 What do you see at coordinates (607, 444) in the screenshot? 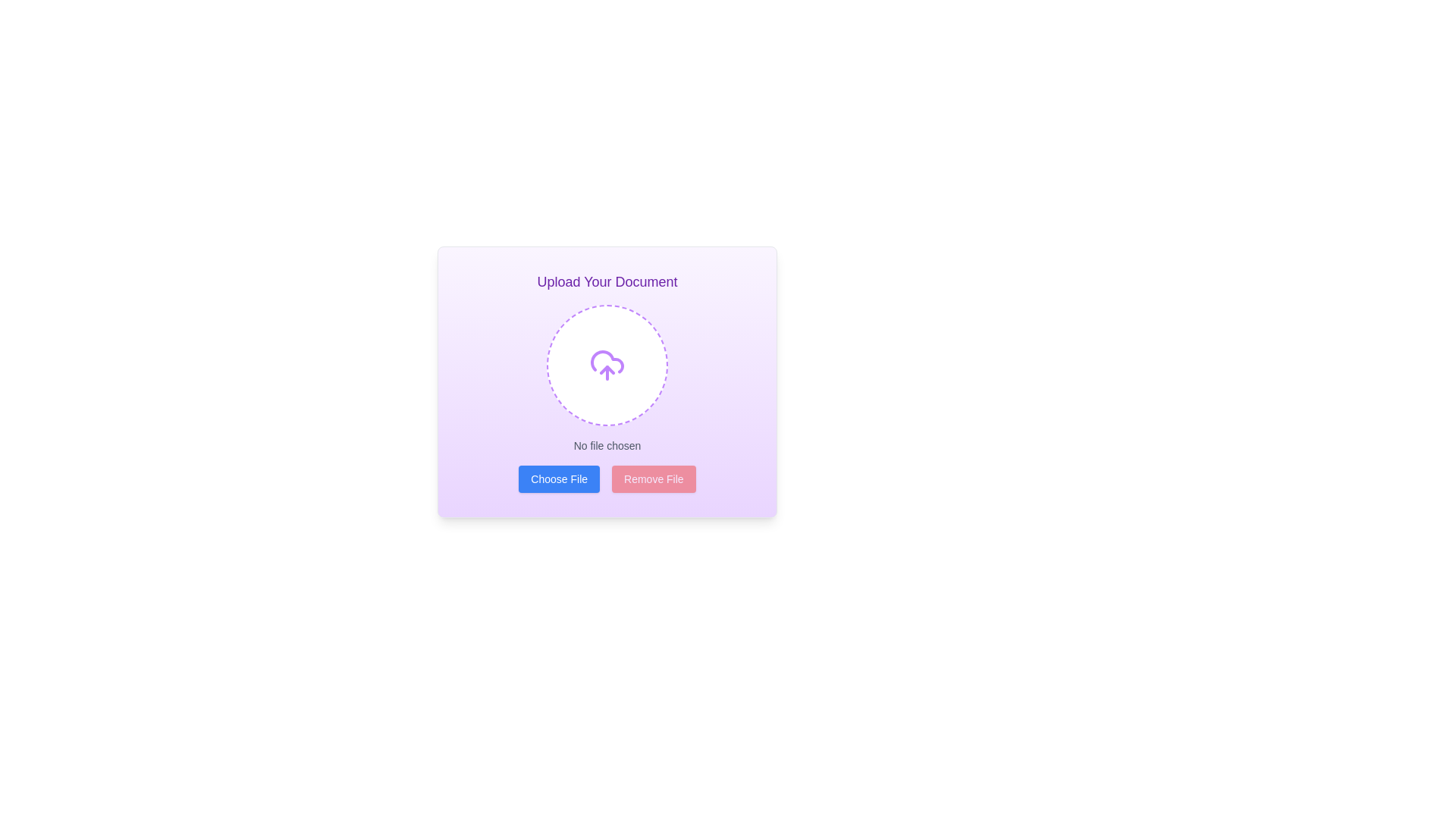
I see `the text label displaying 'No file chosen', which is located below the upload icon in the 'Upload Your Document' panel` at bounding box center [607, 444].